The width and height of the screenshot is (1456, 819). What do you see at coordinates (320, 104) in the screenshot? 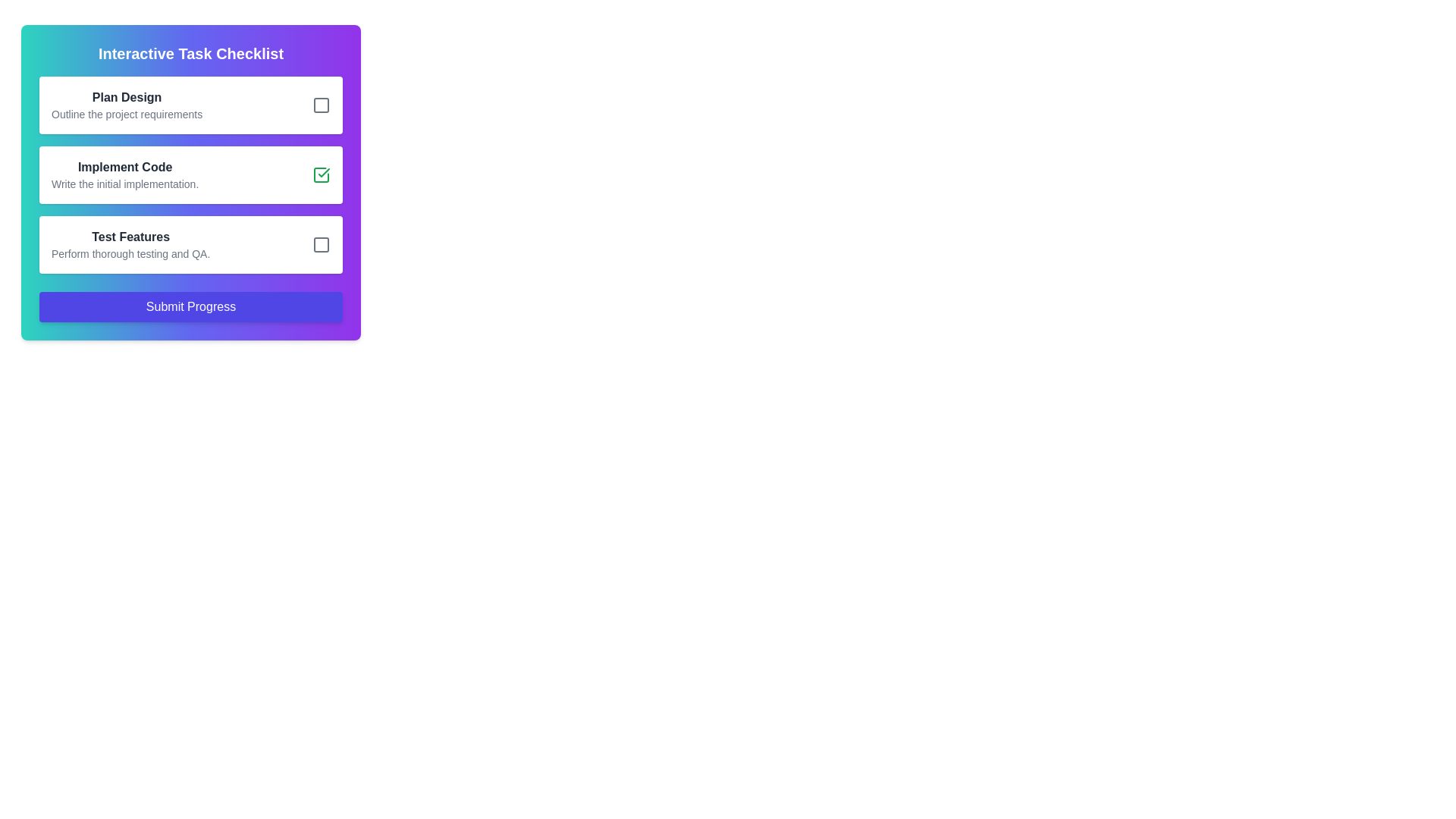
I see `the checkbox located to the right of the 'Plan Design' text in the checklist interface` at bounding box center [320, 104].